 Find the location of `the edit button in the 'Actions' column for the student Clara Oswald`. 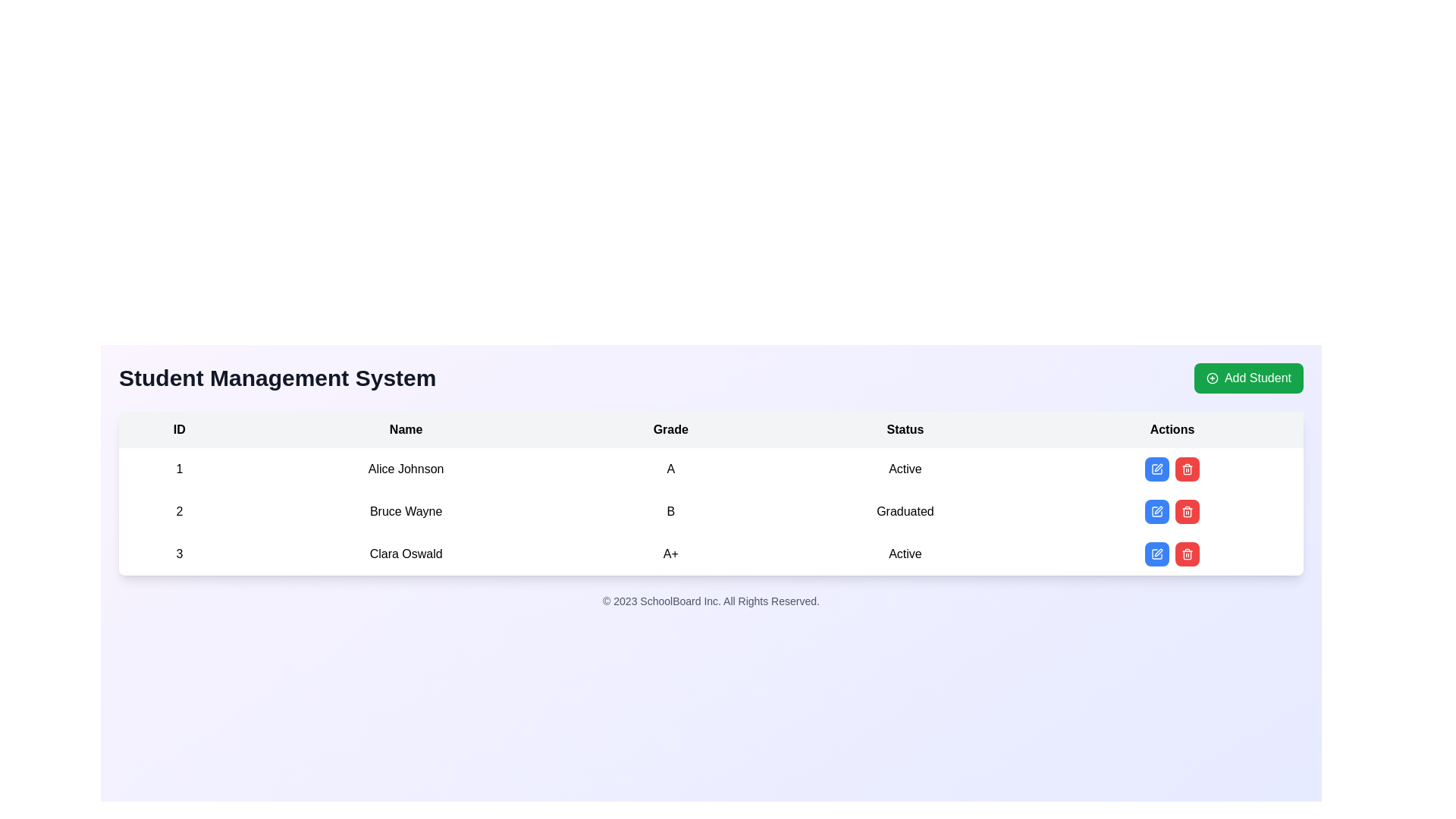

the edit button in the 'Actions' column for the student Clara Oswald is located at coordinates (1156, 554).